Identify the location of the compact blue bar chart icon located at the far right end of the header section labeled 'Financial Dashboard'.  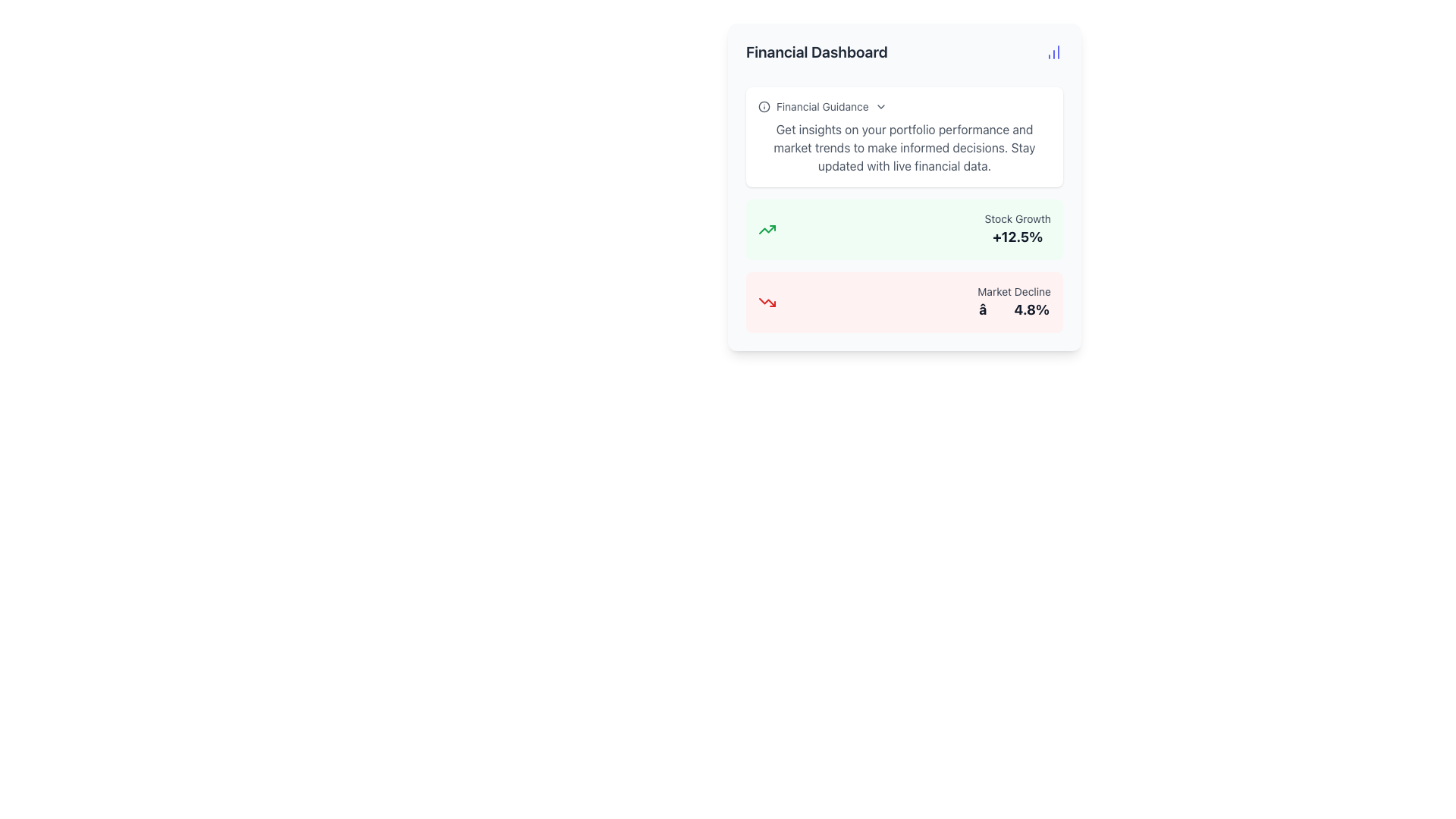
(1053, 52).